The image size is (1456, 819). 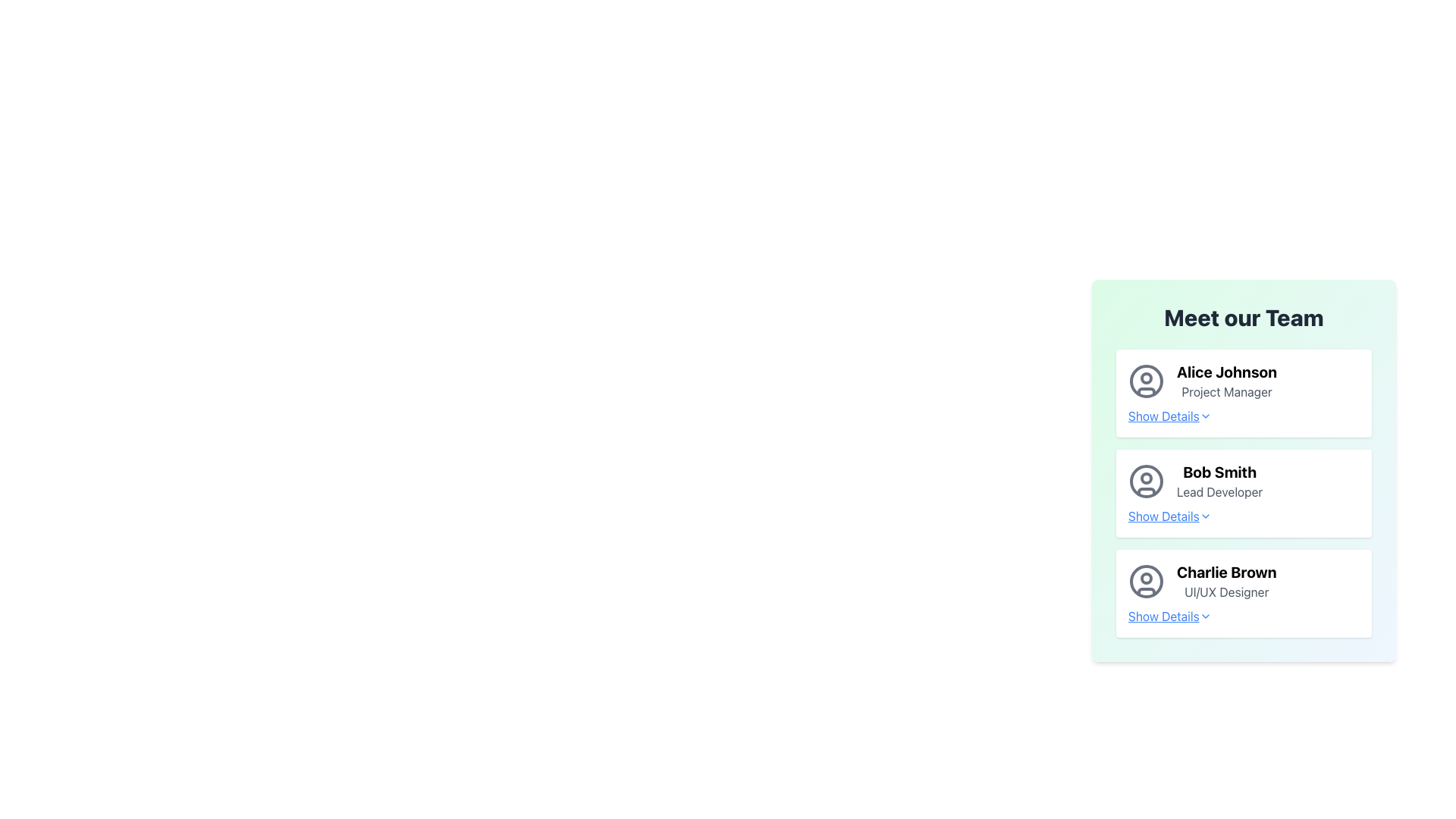 I want to click on the interactive link in the profile card of 'Bob Smith, Lead Developer', so click(x=1169, y=516).